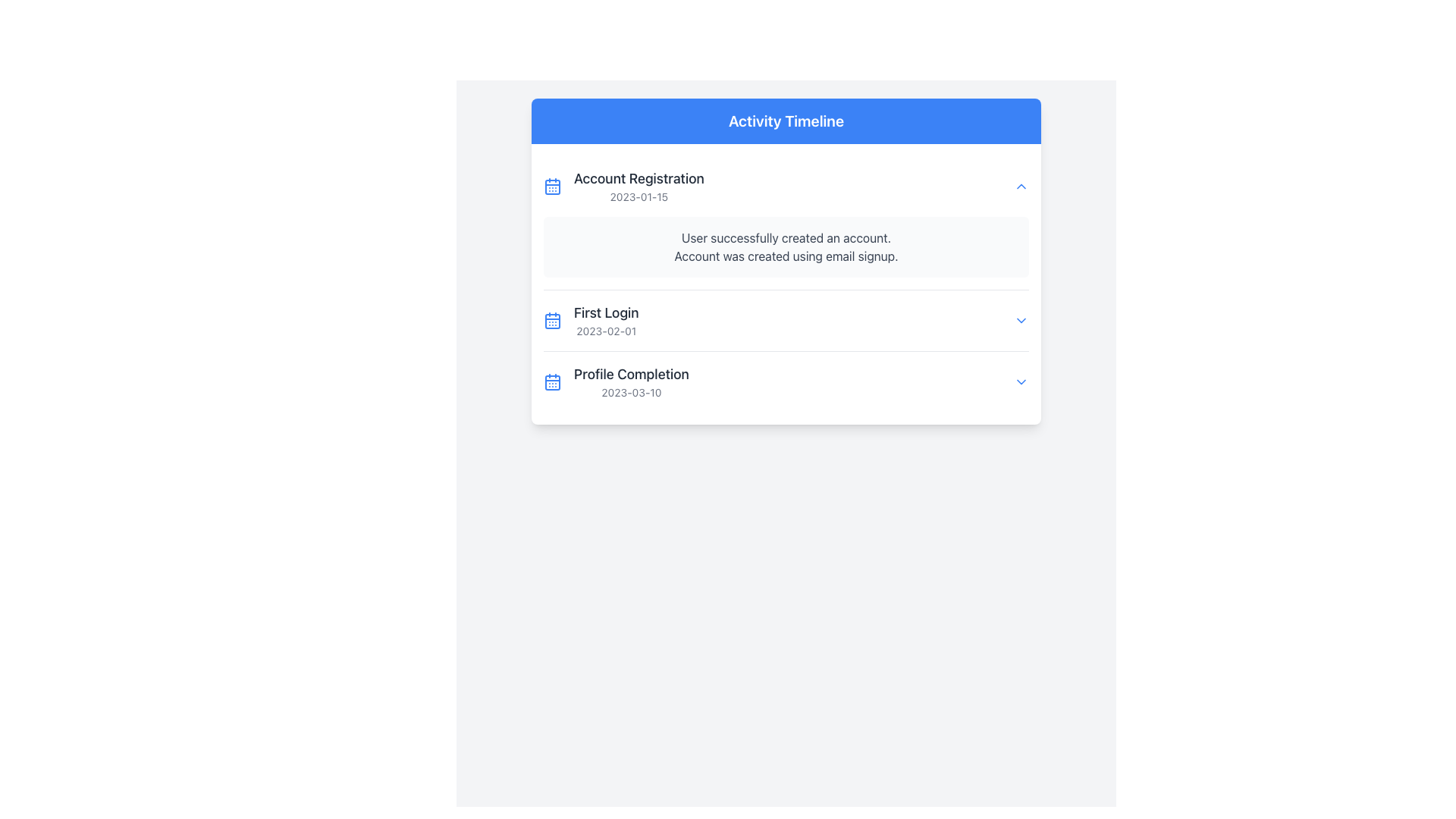 Image resolution: width=1456 pixels, height=819 pixels. What do you see at coordinates (639, 196) in the screenshot?
I see `text content displayed as a date '2023-01-15', located underneath the heading 'Account Registration'` at bounding box center [639, 196].